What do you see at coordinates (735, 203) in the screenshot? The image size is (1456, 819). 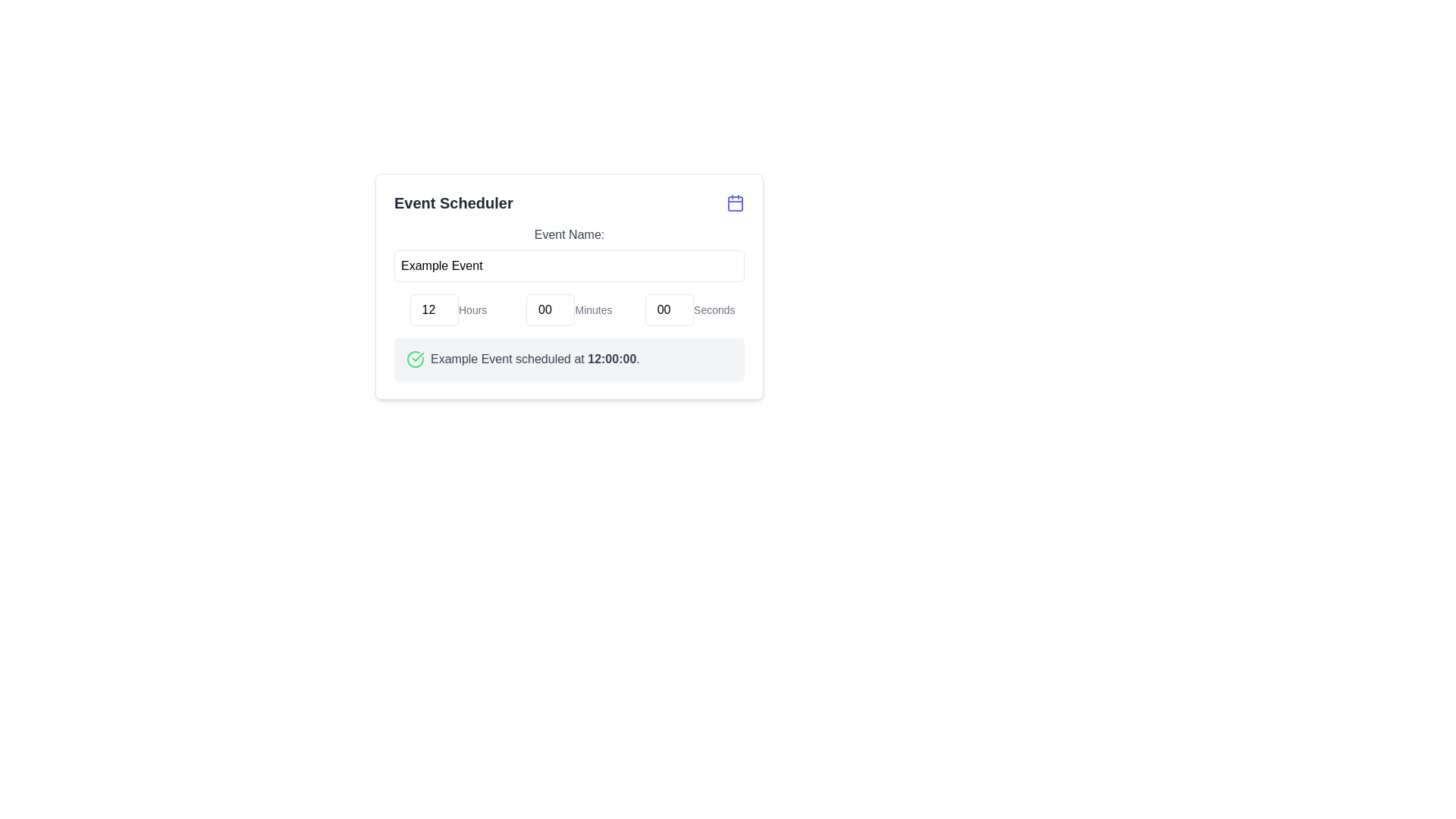 I see `the rectangle element representing the content area of the calendar icon located in the top-right corner of the interface, adjacent to the Event Scheduler title` at bounding box center [735, 203].